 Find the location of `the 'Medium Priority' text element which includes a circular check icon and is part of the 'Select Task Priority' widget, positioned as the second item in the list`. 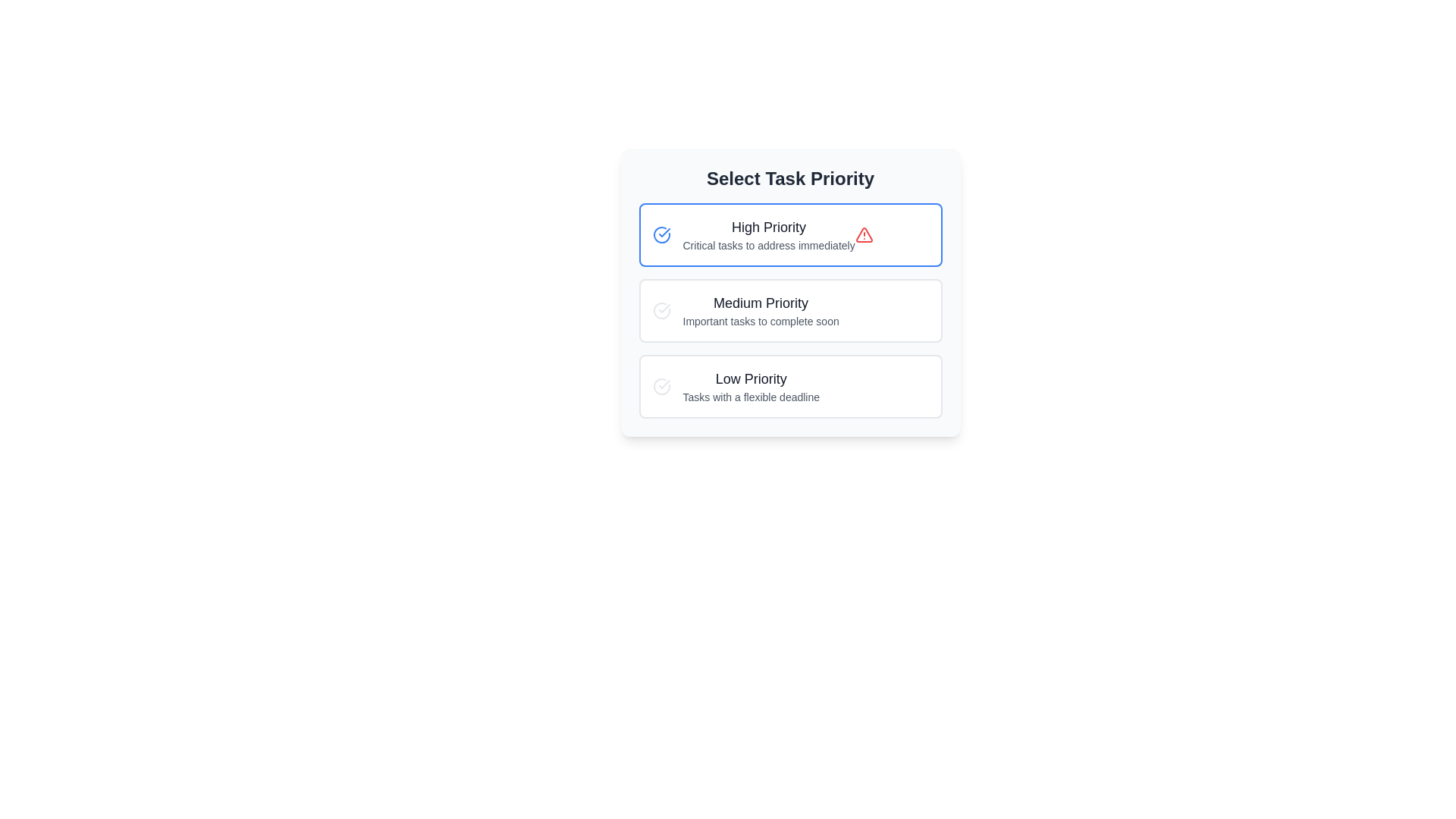

the 'Medium Priority' text element which includes a circular check icon and is part of the 'Select Task Priority' widget, positioned as the second item in the list is located at coordinates (745, 309).